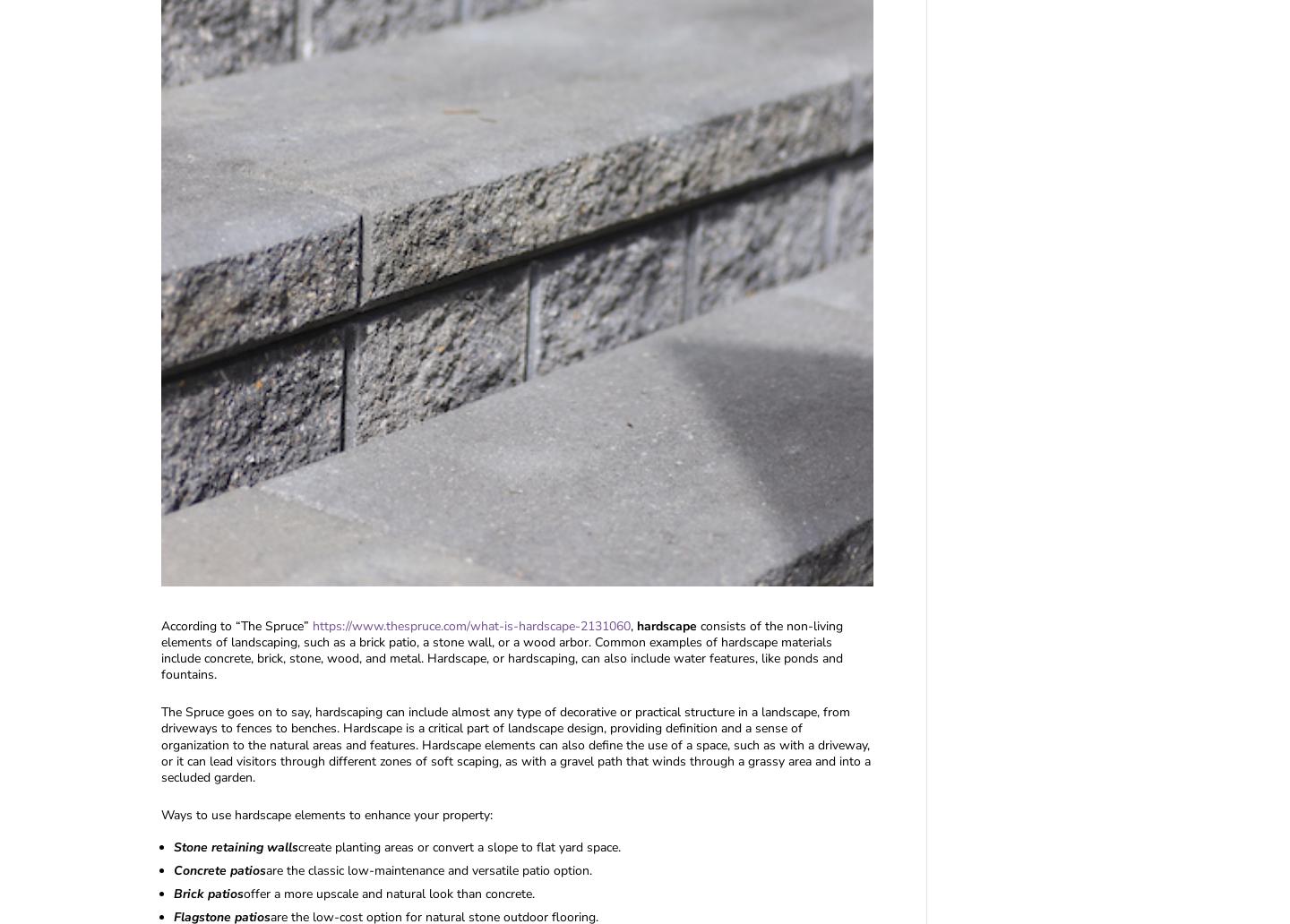 This screenshot has width=1290, height=924. I want to click on 'Ways to use hardscape elements to enhance your property:', so click(326, 814).